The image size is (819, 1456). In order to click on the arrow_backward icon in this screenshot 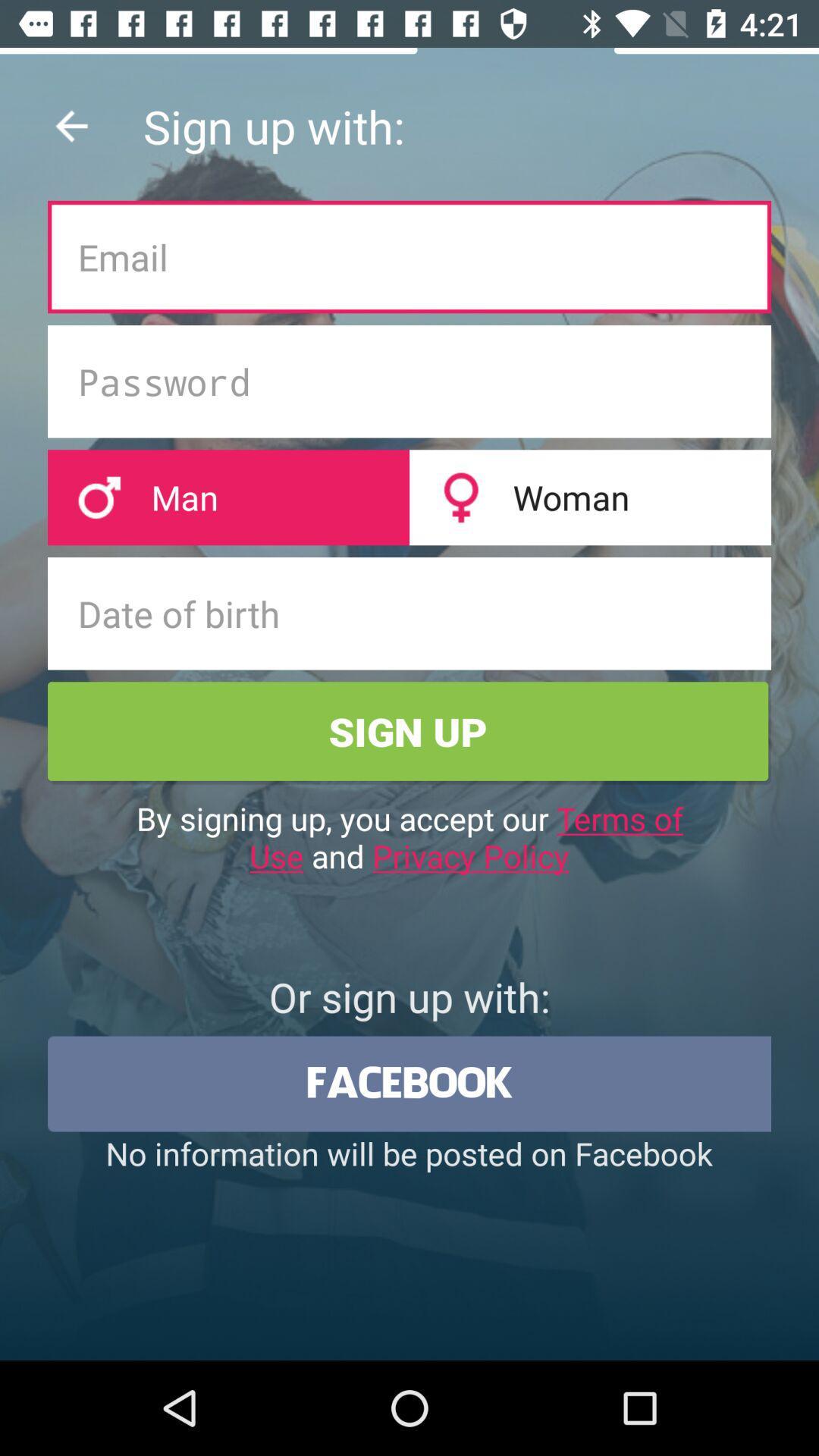, I will do `click(71, 126)`.